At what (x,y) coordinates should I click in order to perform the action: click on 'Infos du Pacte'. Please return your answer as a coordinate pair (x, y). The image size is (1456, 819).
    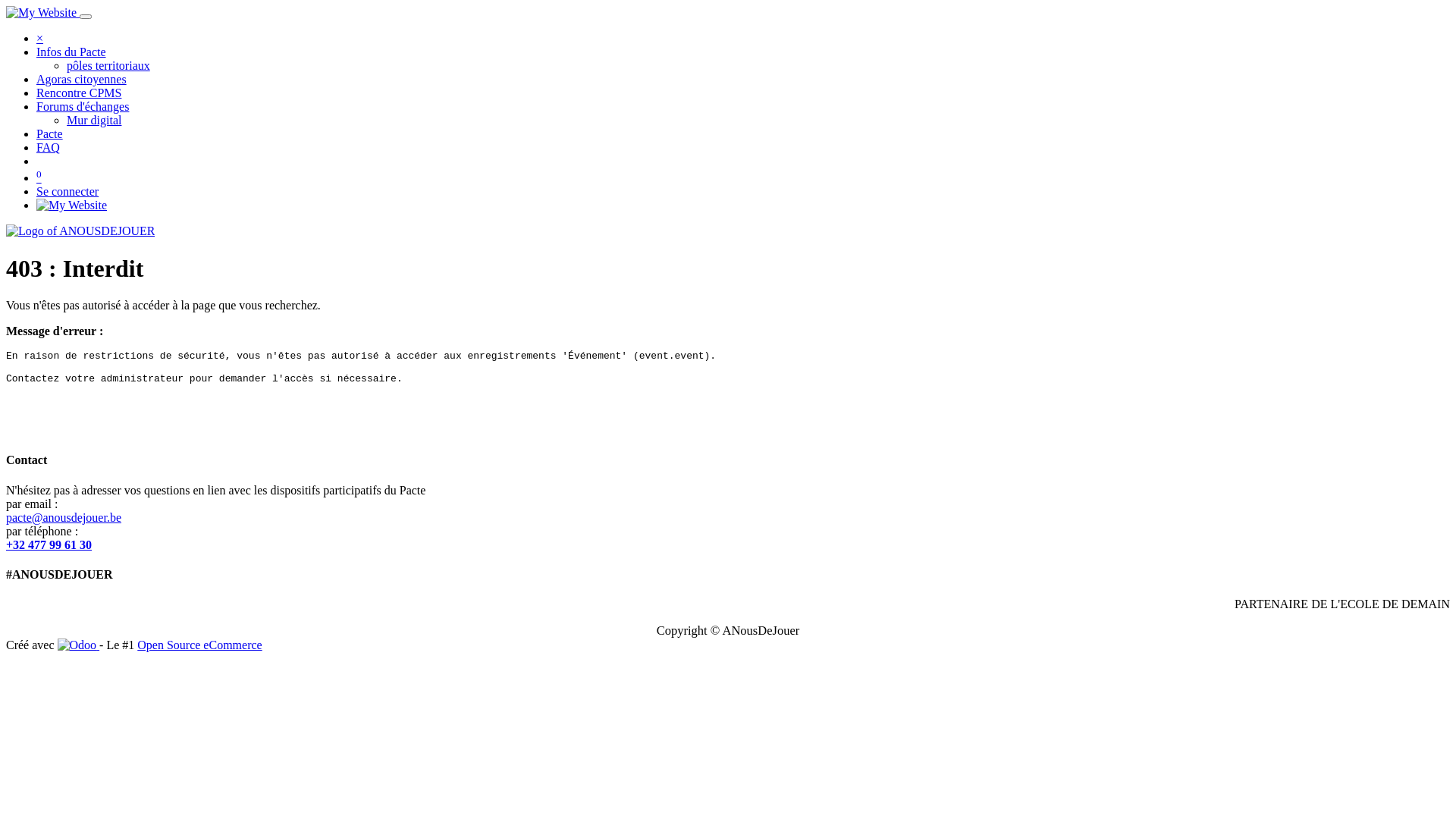
    Looking at the image, I should click on (71, 51).